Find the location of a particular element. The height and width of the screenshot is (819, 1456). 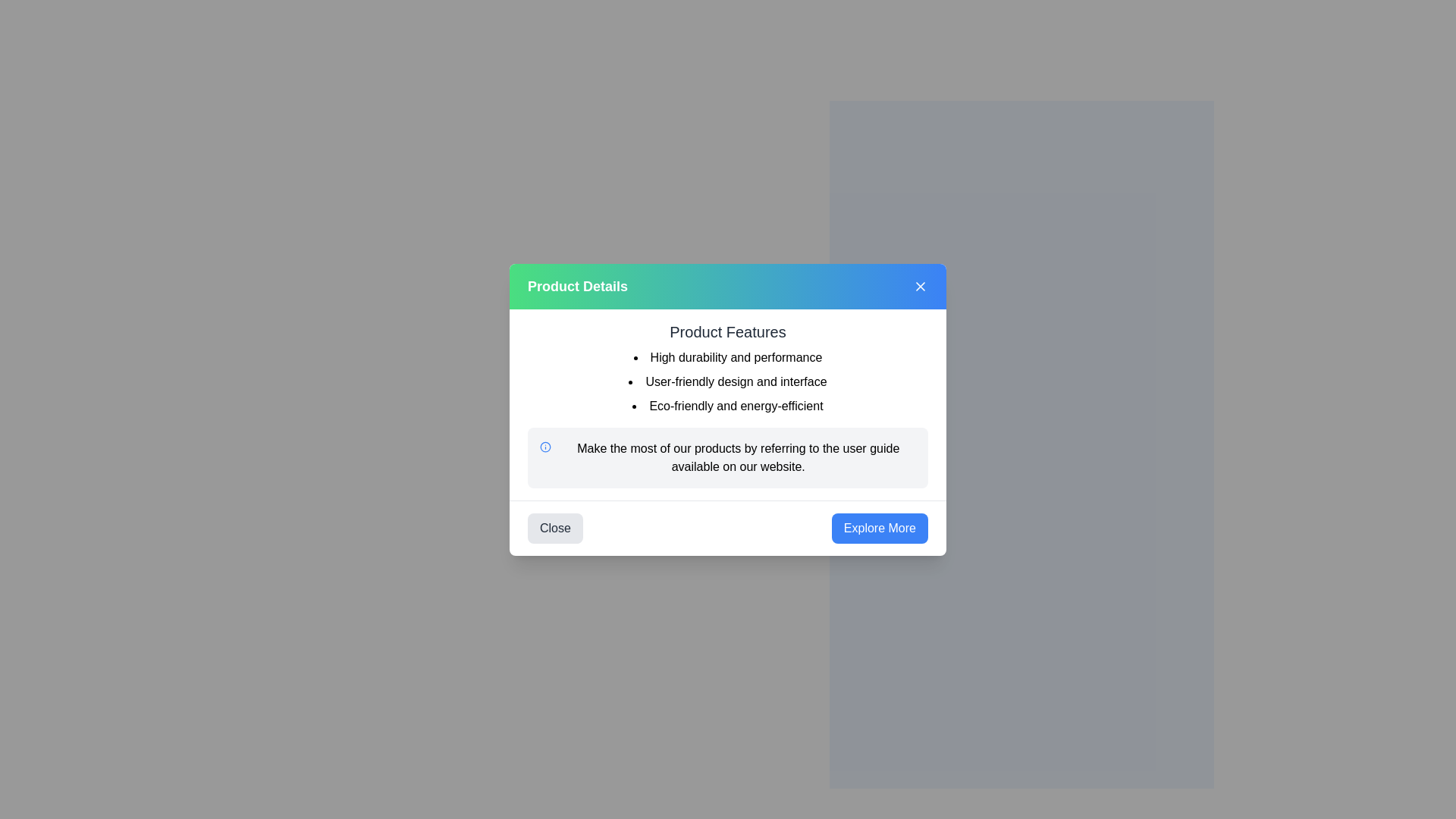

the iconographic information symbol located to the left of the text 'Make the most of our products by referring to the user guide available on our website.' for additional interactions is located at coordinates (545, 446).